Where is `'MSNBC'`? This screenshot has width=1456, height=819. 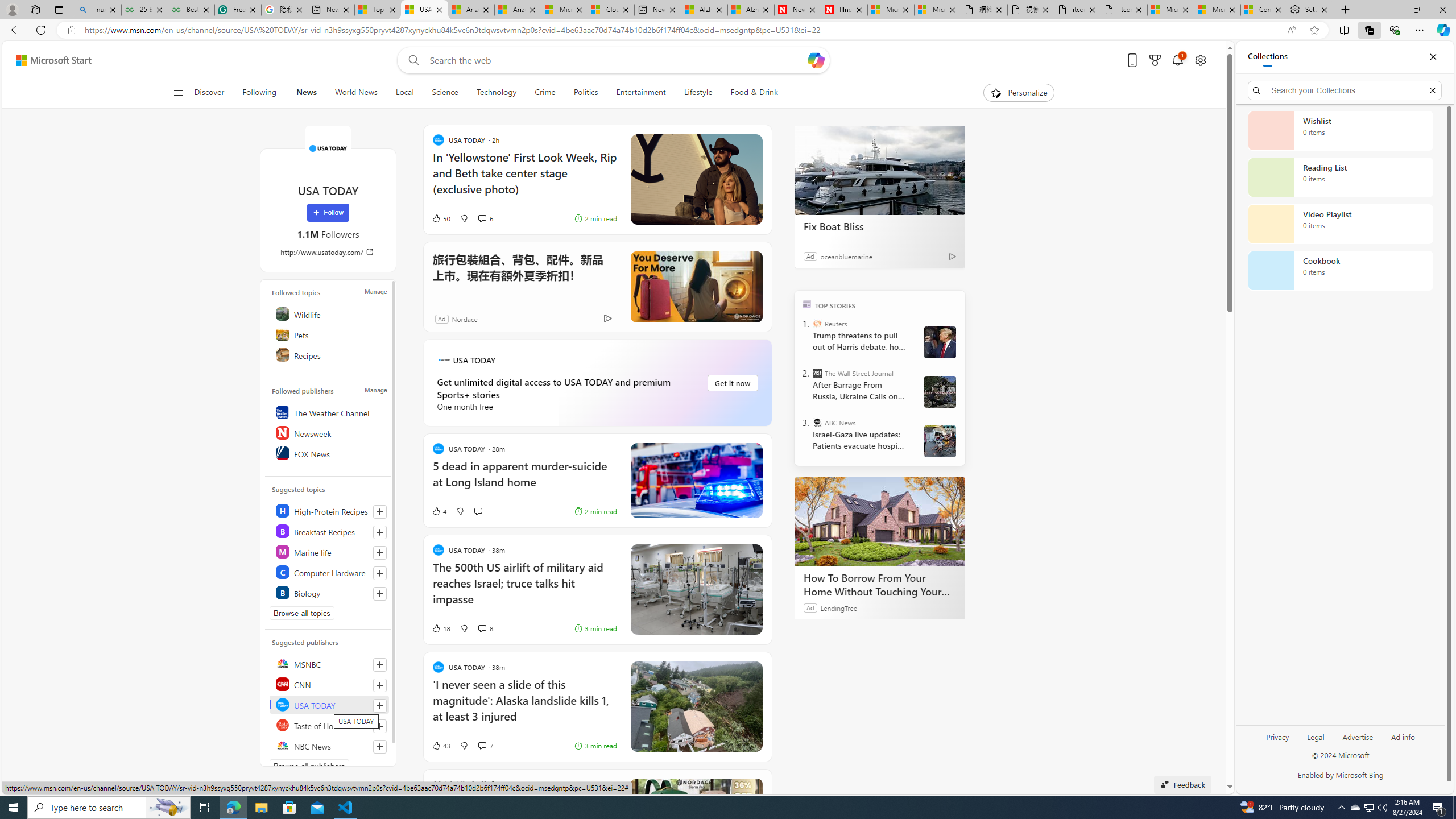
'MSNBC' is located at coordinates (329, 664).